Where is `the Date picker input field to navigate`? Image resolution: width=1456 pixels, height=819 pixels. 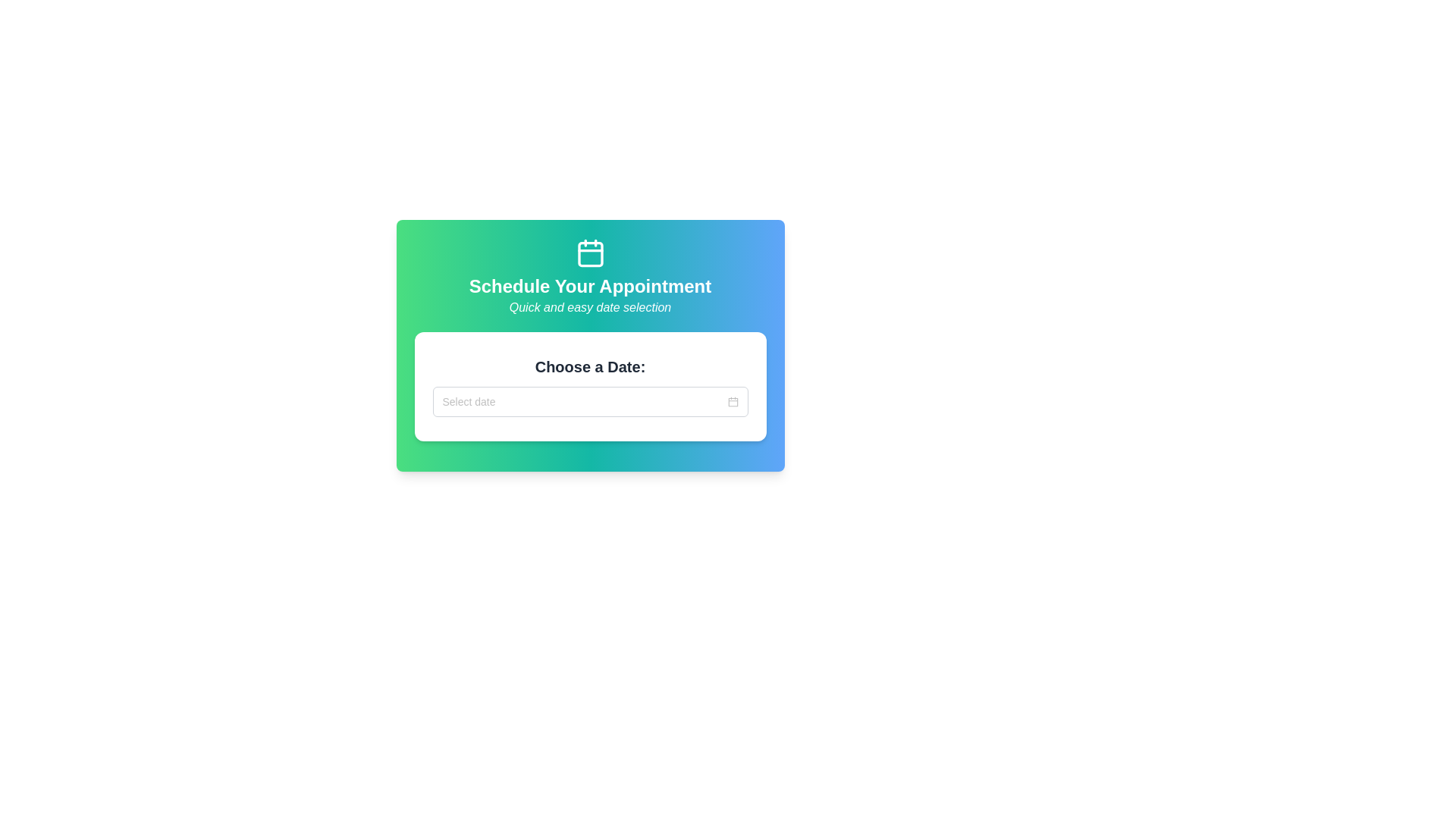
the Date picker input field to navigate is located at coordinates (589, 400).